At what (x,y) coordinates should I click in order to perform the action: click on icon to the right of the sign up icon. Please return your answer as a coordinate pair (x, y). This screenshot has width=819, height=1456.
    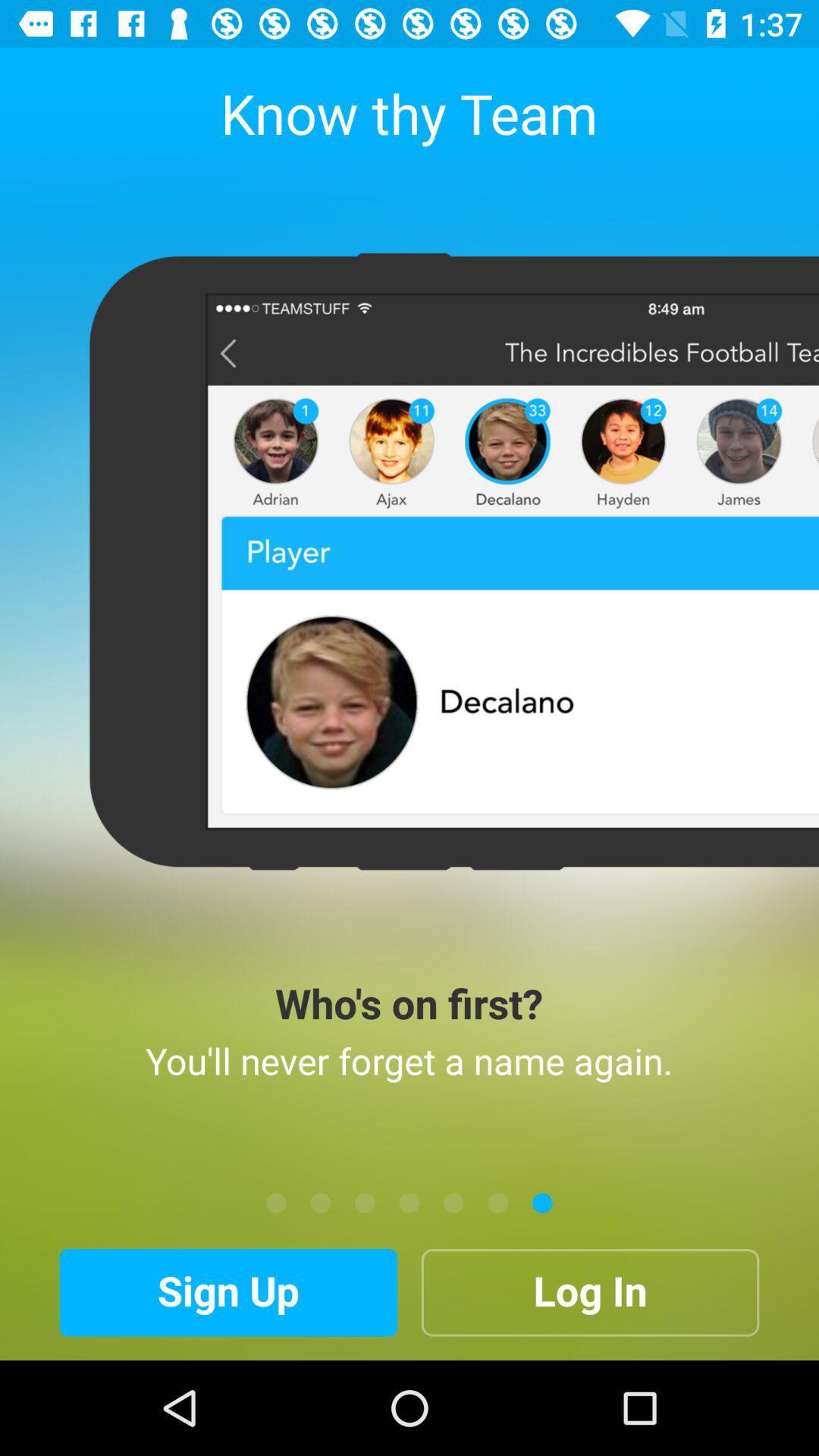
    Looking at the image, I should click on (589, 1291).